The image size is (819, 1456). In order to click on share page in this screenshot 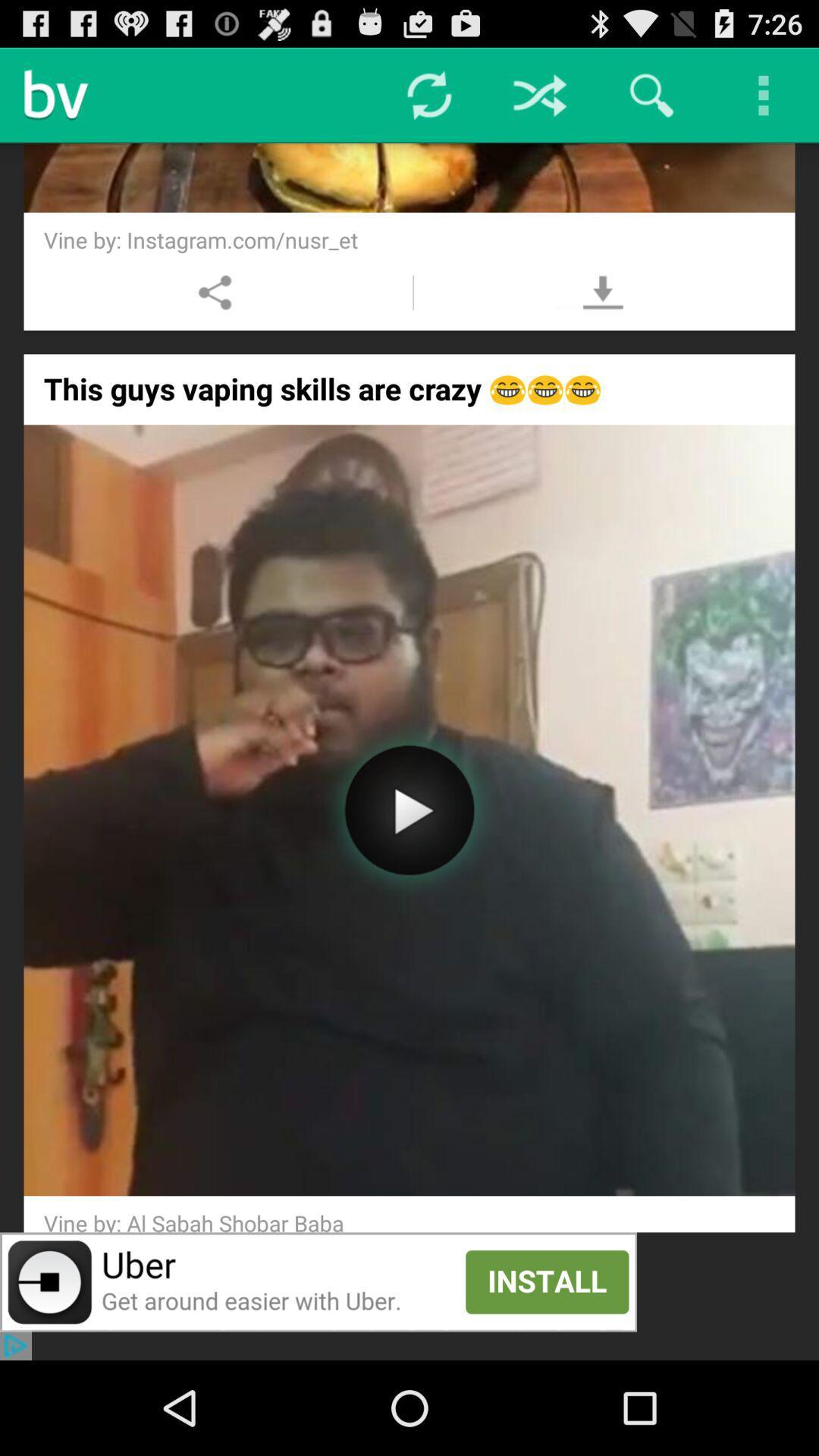, I will do `click(215, 292)`.